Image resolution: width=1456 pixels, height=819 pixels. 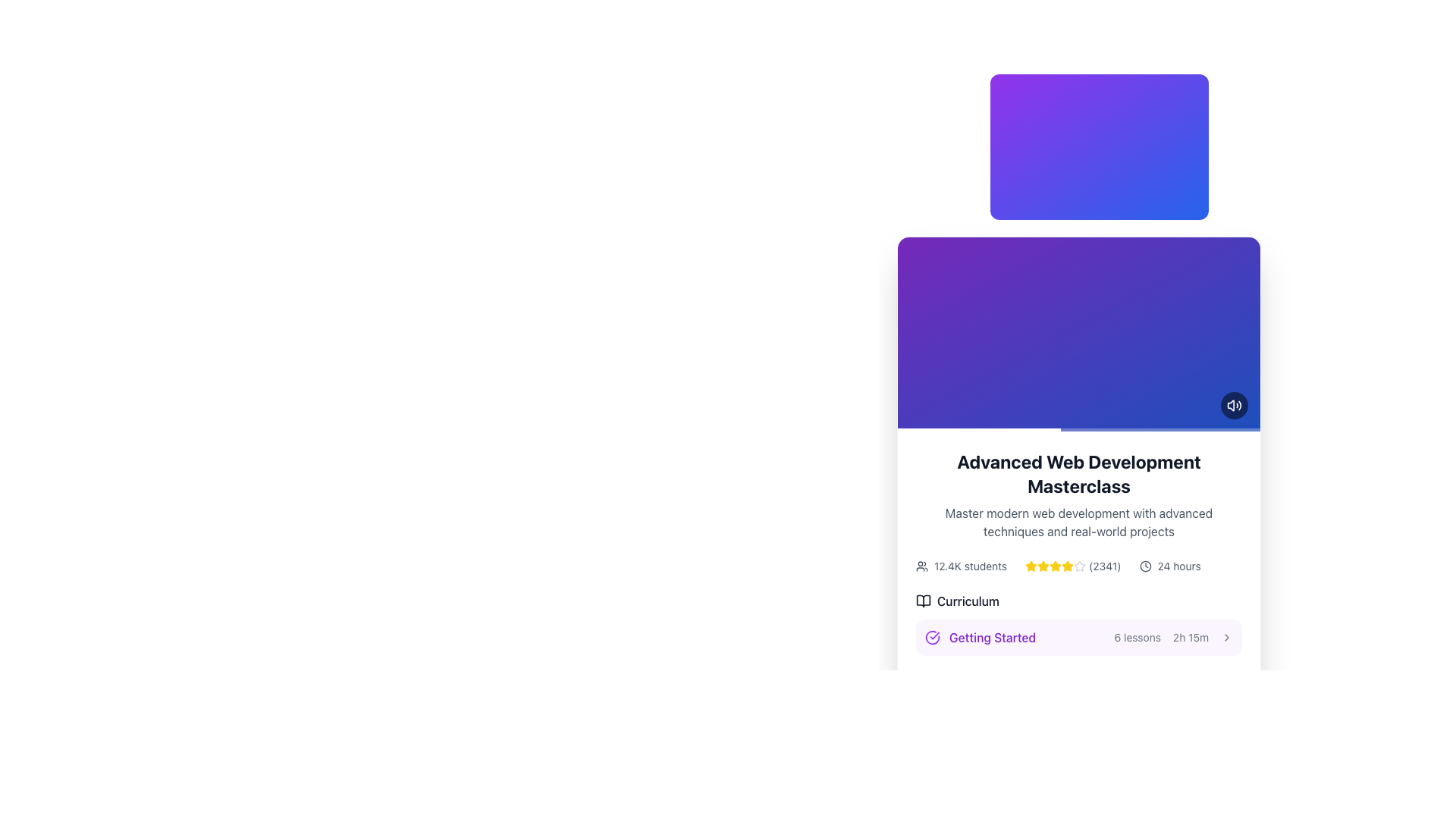 I want to click on the icon representing the number of students enrolled in the course, which is positioned to the left of the text '12.4K students' in the lower section of the card, so click(x=921, y=566).